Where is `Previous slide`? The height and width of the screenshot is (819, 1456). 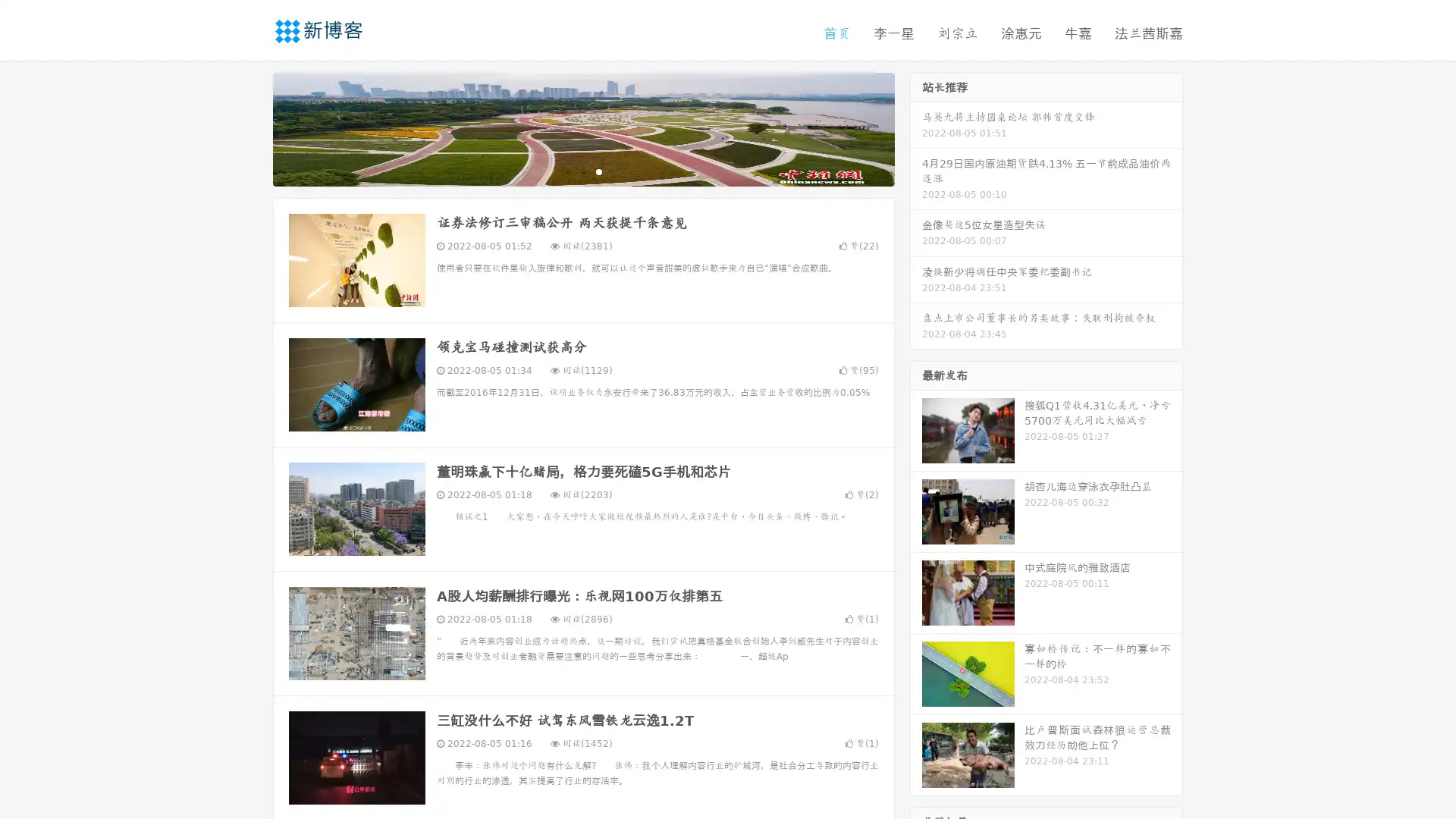 Previous slide is located at coordinates (250, 127).